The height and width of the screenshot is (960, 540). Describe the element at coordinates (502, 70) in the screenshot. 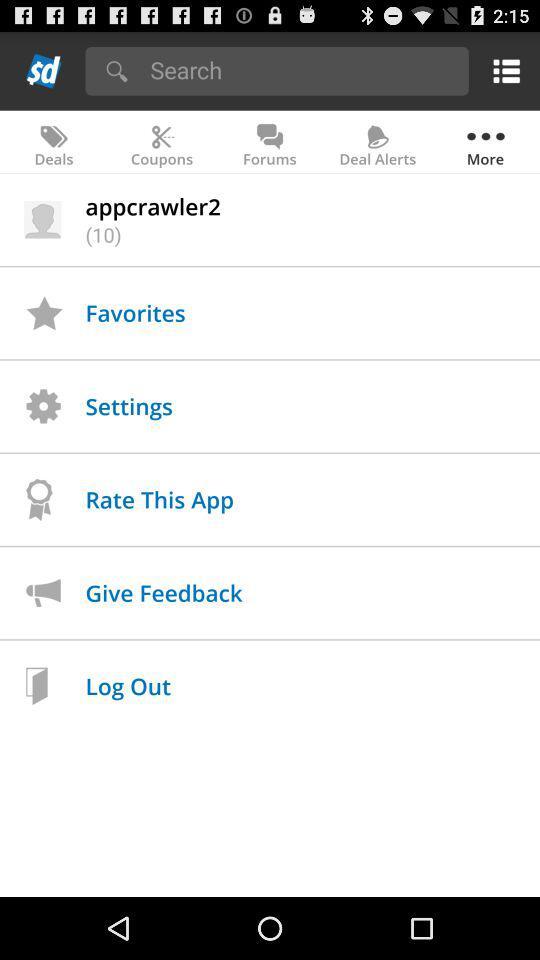

I see `item above more icon` at that location.